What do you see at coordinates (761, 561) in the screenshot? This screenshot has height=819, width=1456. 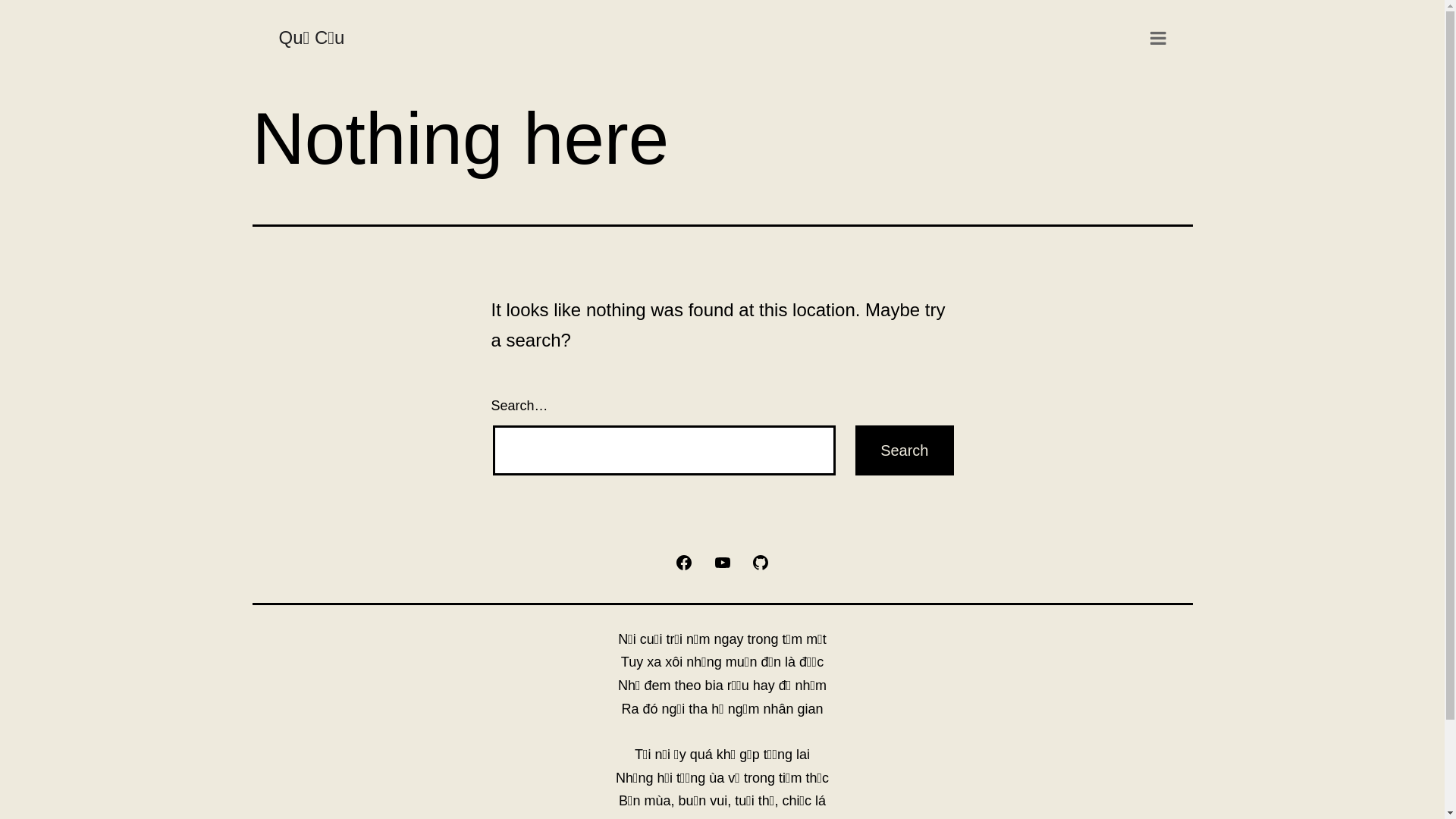 I see `'GitHub'` at bounding box center [761, 561].